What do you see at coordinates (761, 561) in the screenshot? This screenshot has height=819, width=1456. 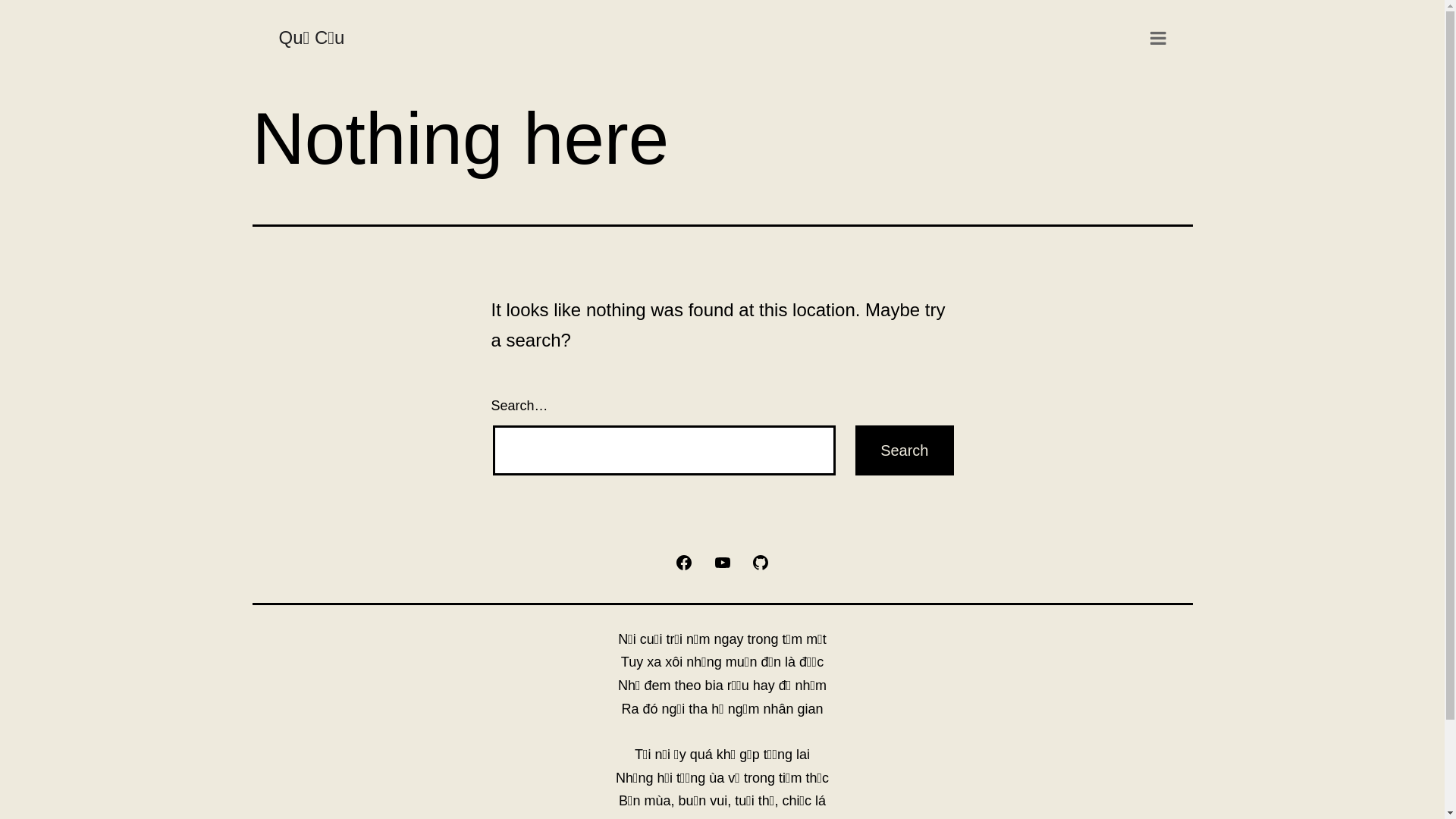 I see `'GitHub'` at bounding box center [761, 561].